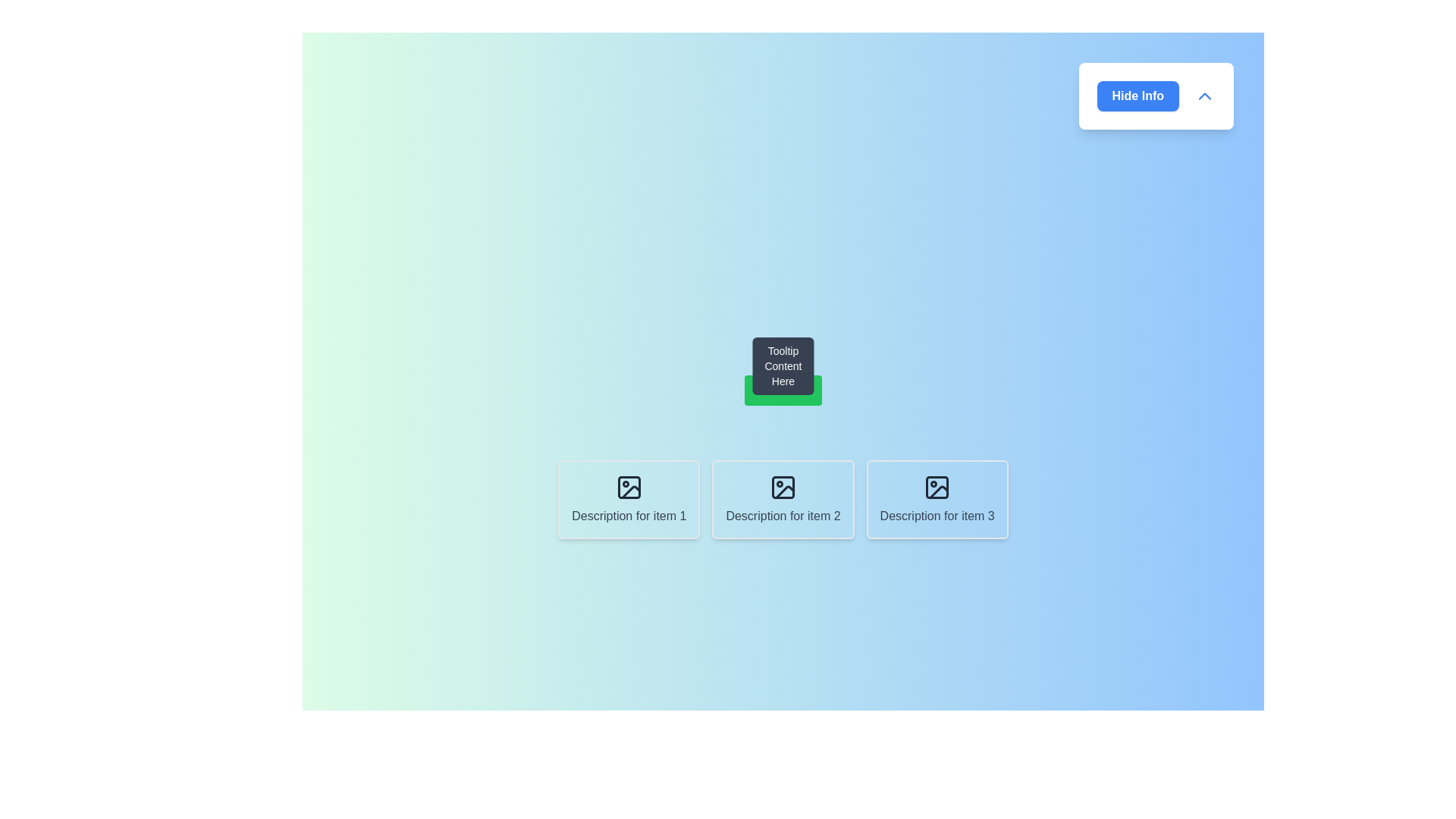  Describe the element at coordinates (629, 488) in the screenshot. I see `the SVG icon representing an image symbol, located in the first card above the label 'Description for item 1'` at that location.